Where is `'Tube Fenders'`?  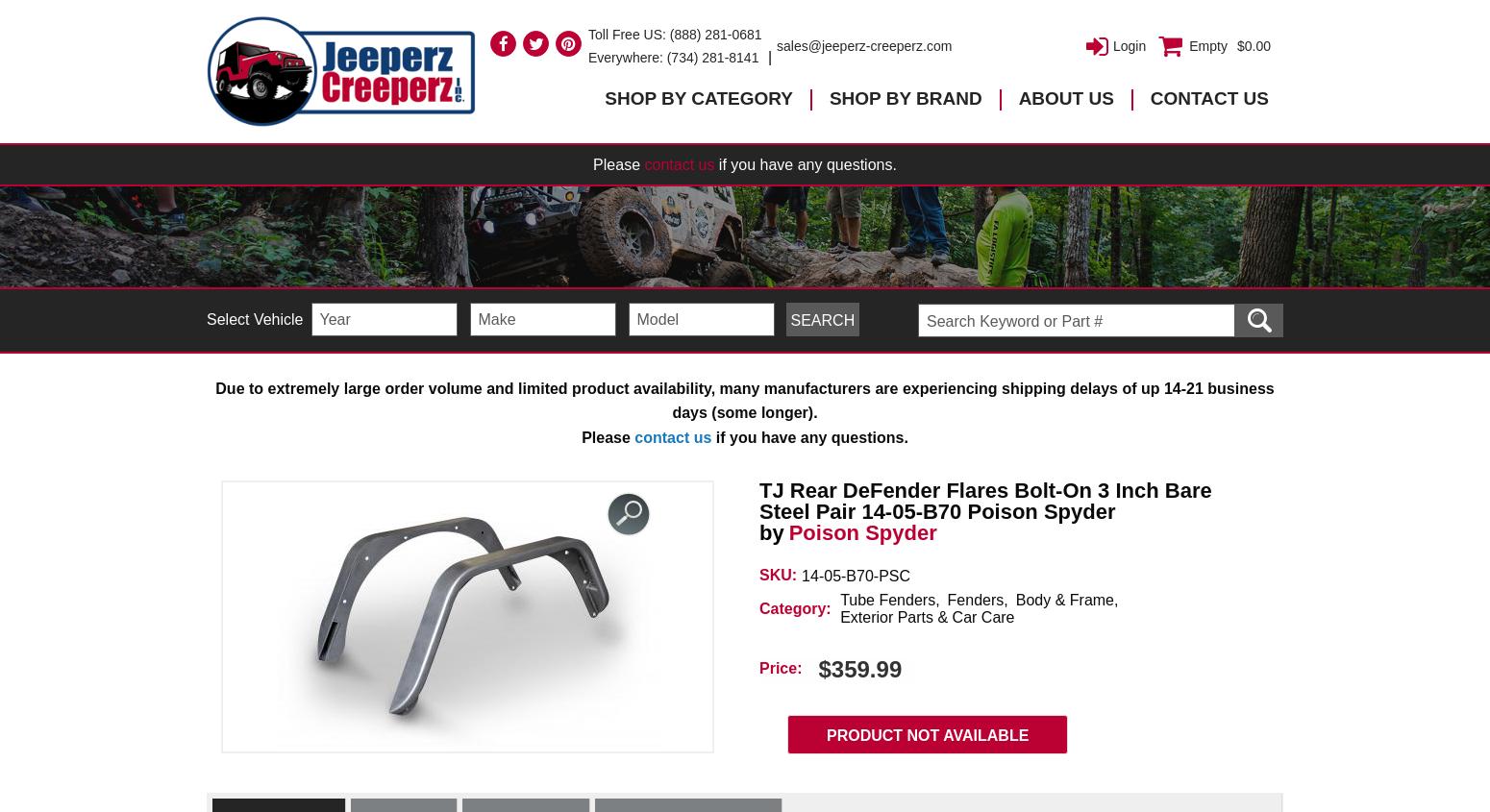
'Tube Fenders' is located at coordinates (840, 600).